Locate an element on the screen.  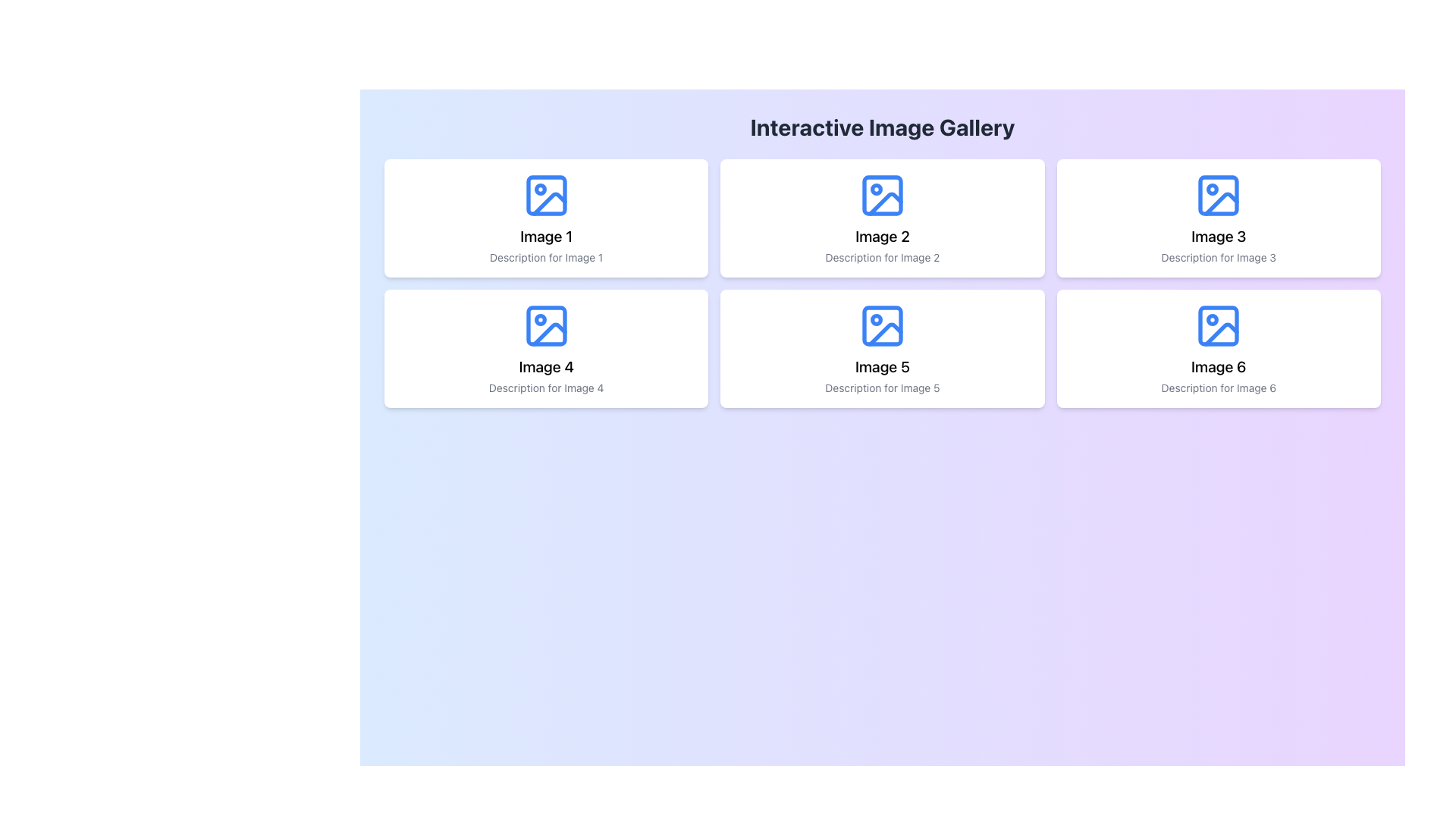
styling of the text label displaying 'Image 6', which is located within the sixth image card of the interactive image gallery is located at coordinates (1219, 366).